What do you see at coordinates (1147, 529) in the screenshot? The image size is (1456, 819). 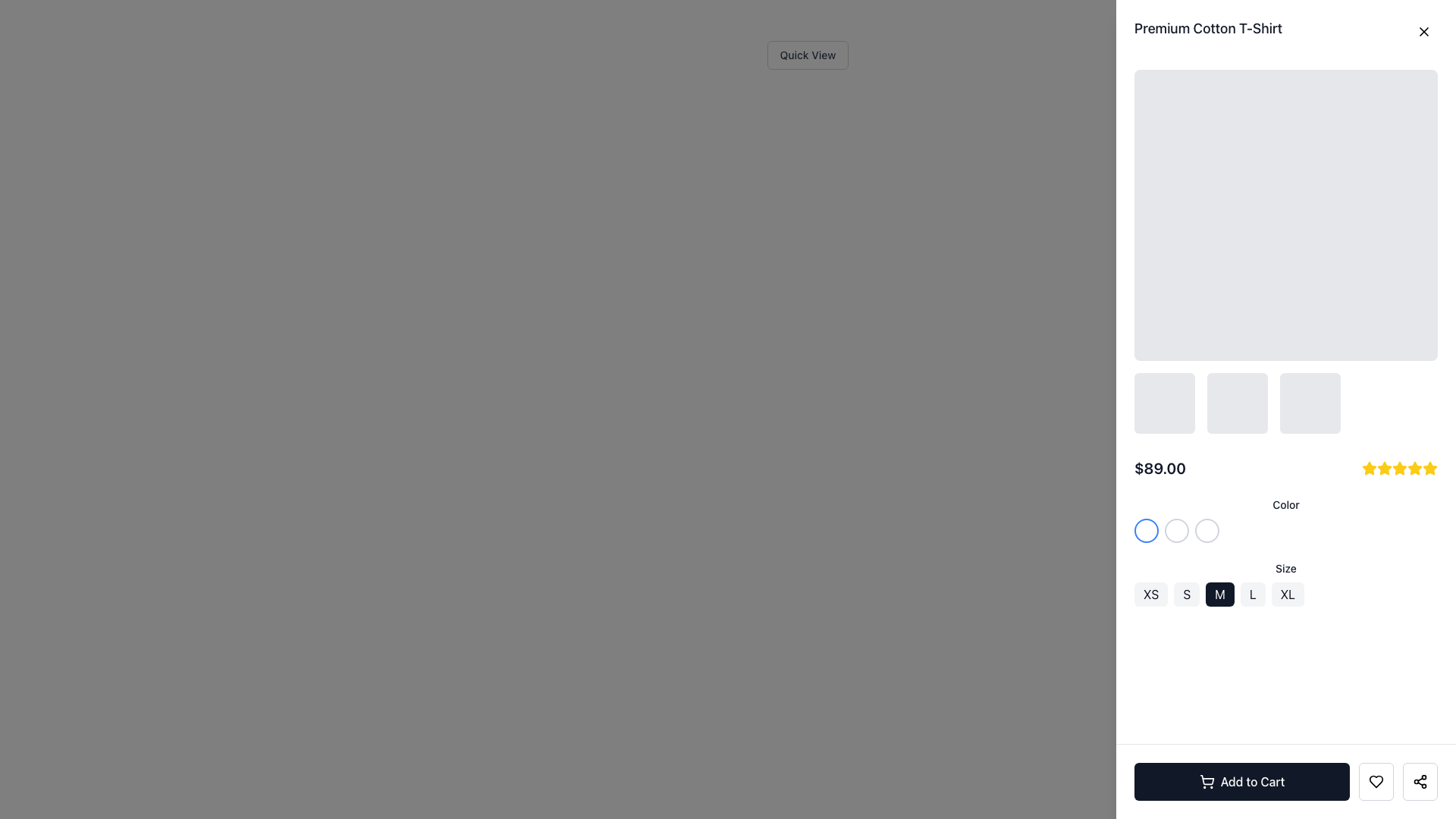 I see `the first circular color selection button located below the price section labeled 'Color'` at bounding box center [1147, 529].